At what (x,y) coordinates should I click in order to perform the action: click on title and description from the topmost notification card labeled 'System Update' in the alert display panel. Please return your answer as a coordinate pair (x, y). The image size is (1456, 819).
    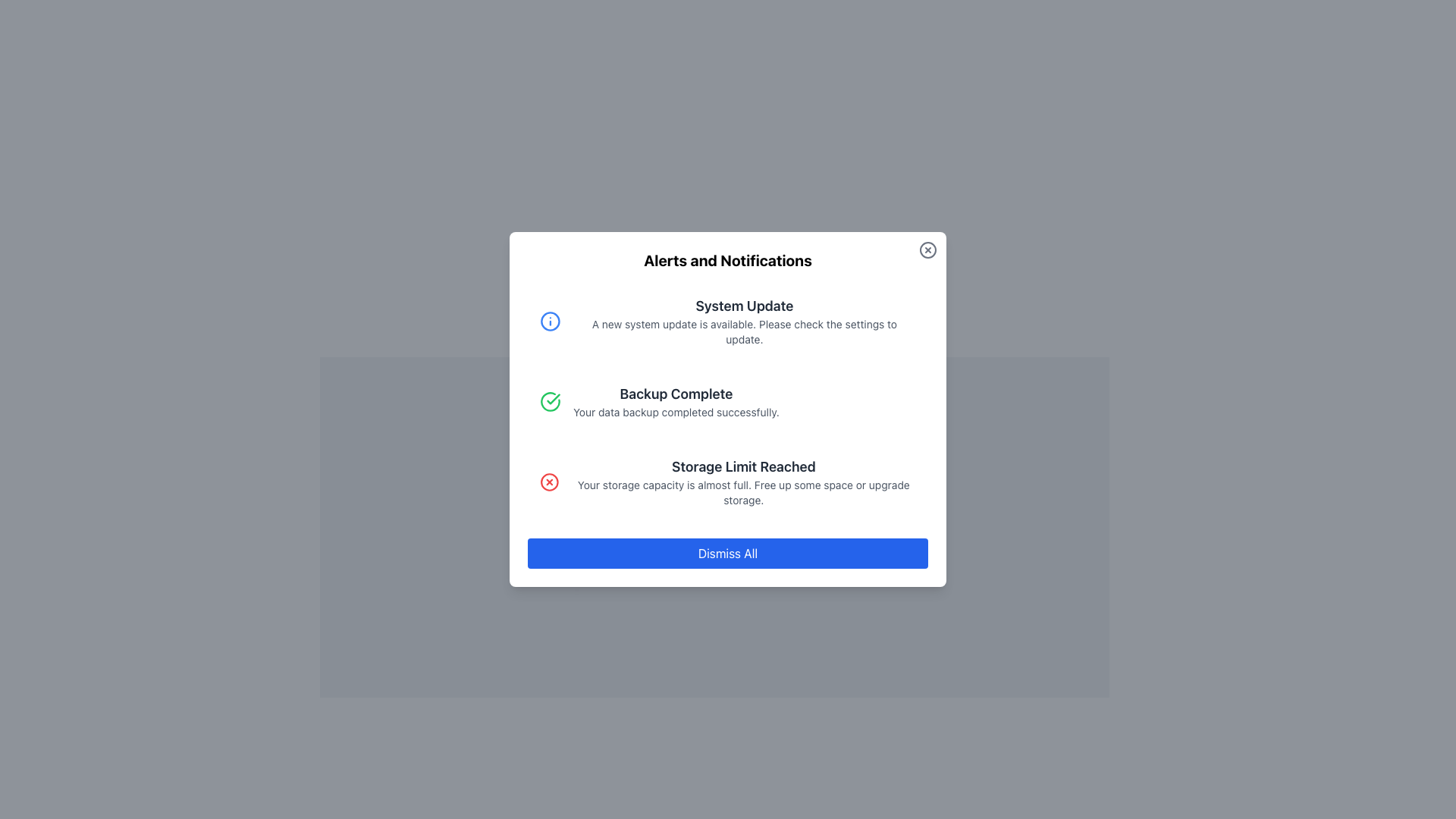
    Looking at the image, I should click on (728, 321).